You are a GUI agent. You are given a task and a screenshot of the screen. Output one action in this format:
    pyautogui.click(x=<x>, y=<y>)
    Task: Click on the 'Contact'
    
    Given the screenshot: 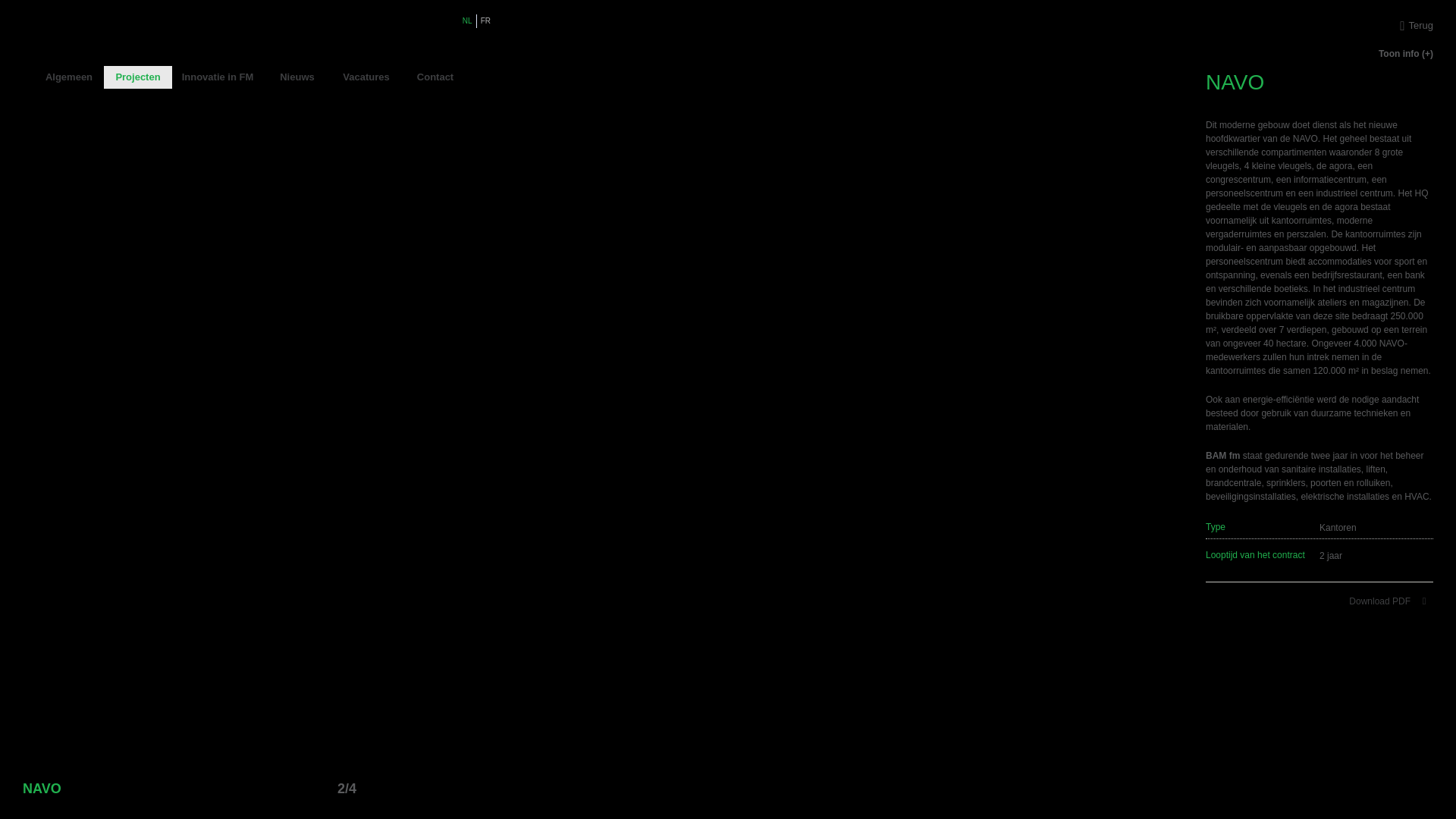 What is the action you would take?
    pyautogui.click(x=400, y=77)
    